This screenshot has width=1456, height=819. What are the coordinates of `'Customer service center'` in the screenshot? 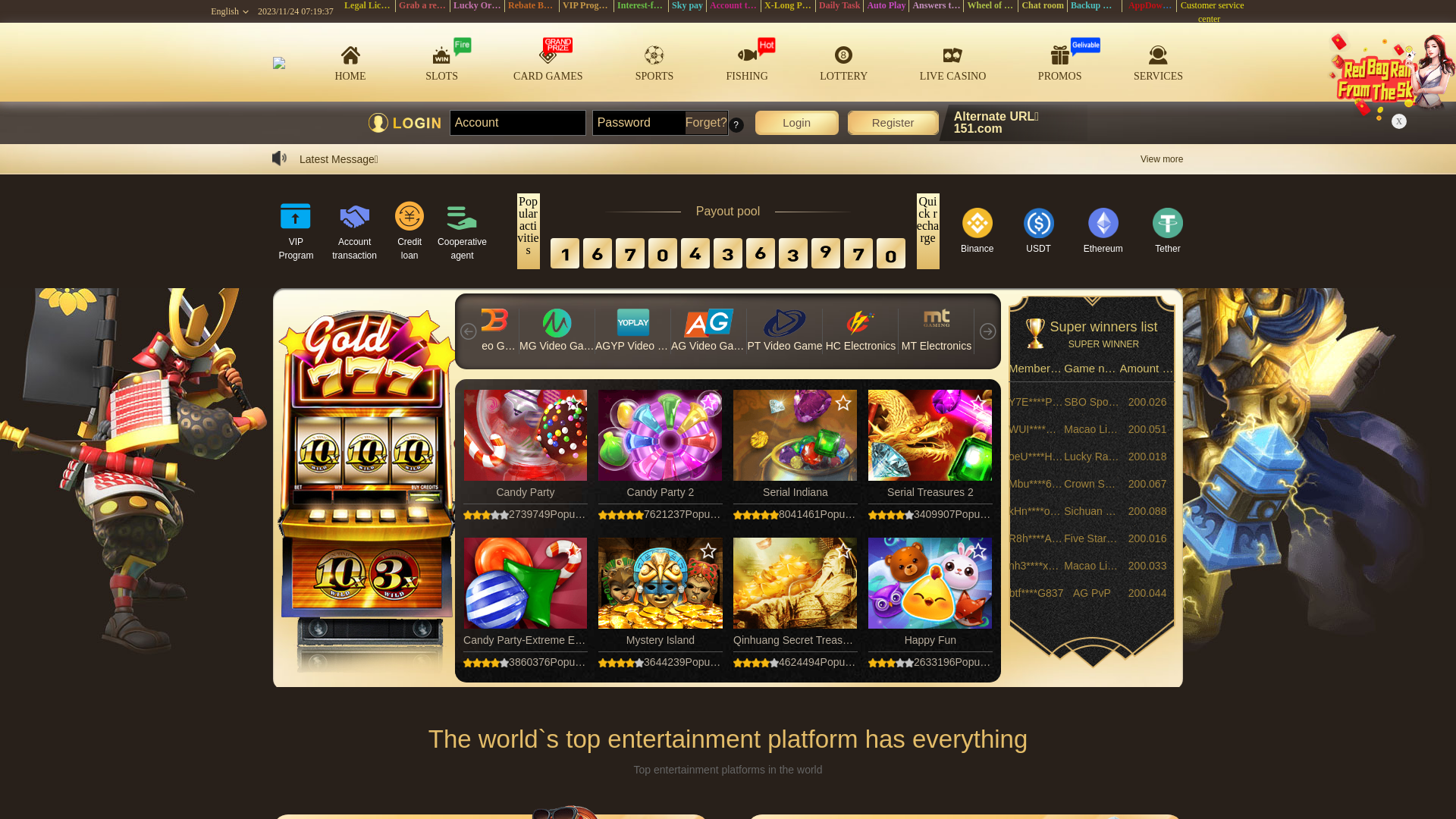 It's located at (1177, 11).